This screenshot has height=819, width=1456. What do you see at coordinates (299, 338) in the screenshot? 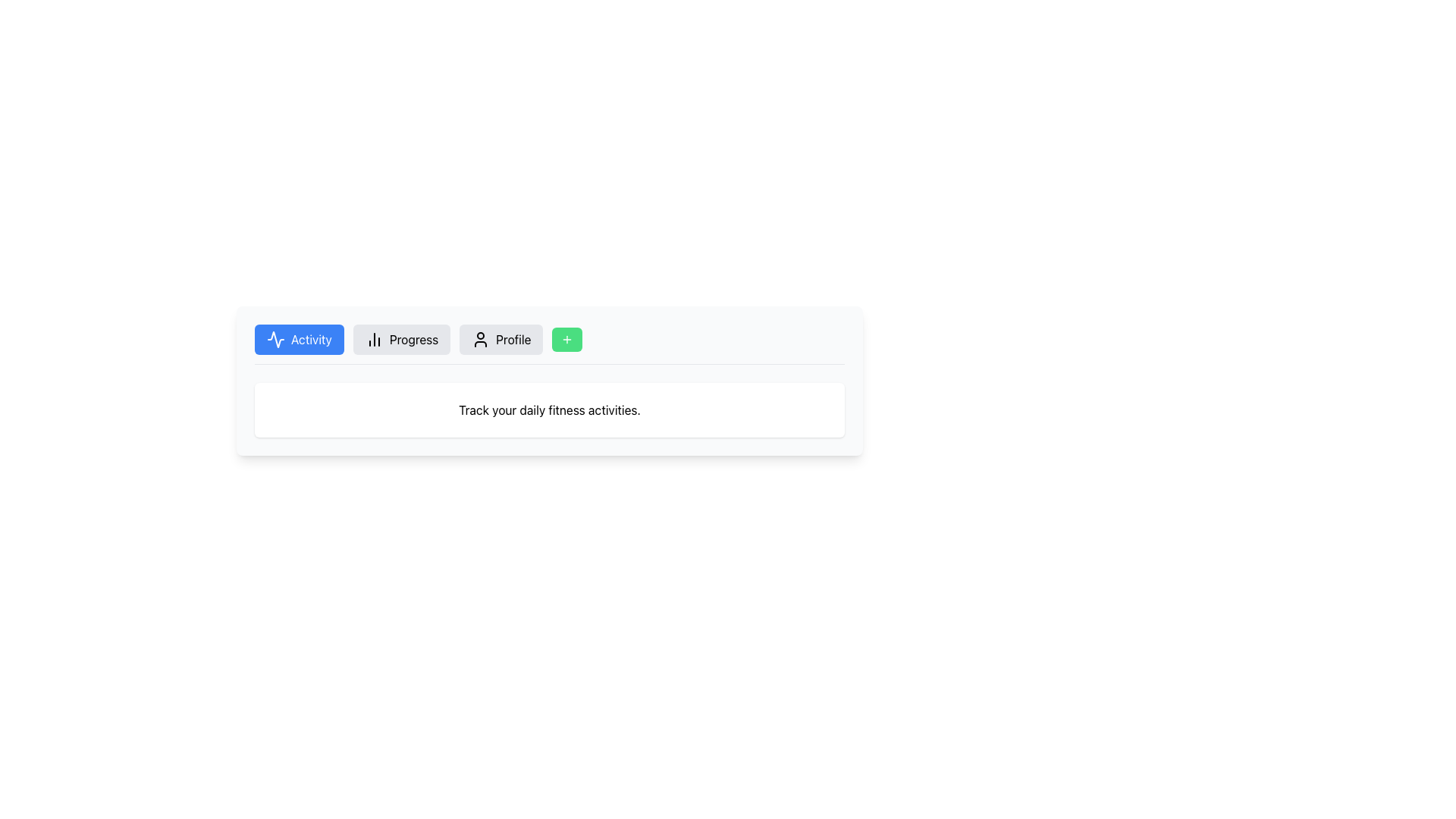
I see `the first navigation button on the left` at bounding box center [299, 338].